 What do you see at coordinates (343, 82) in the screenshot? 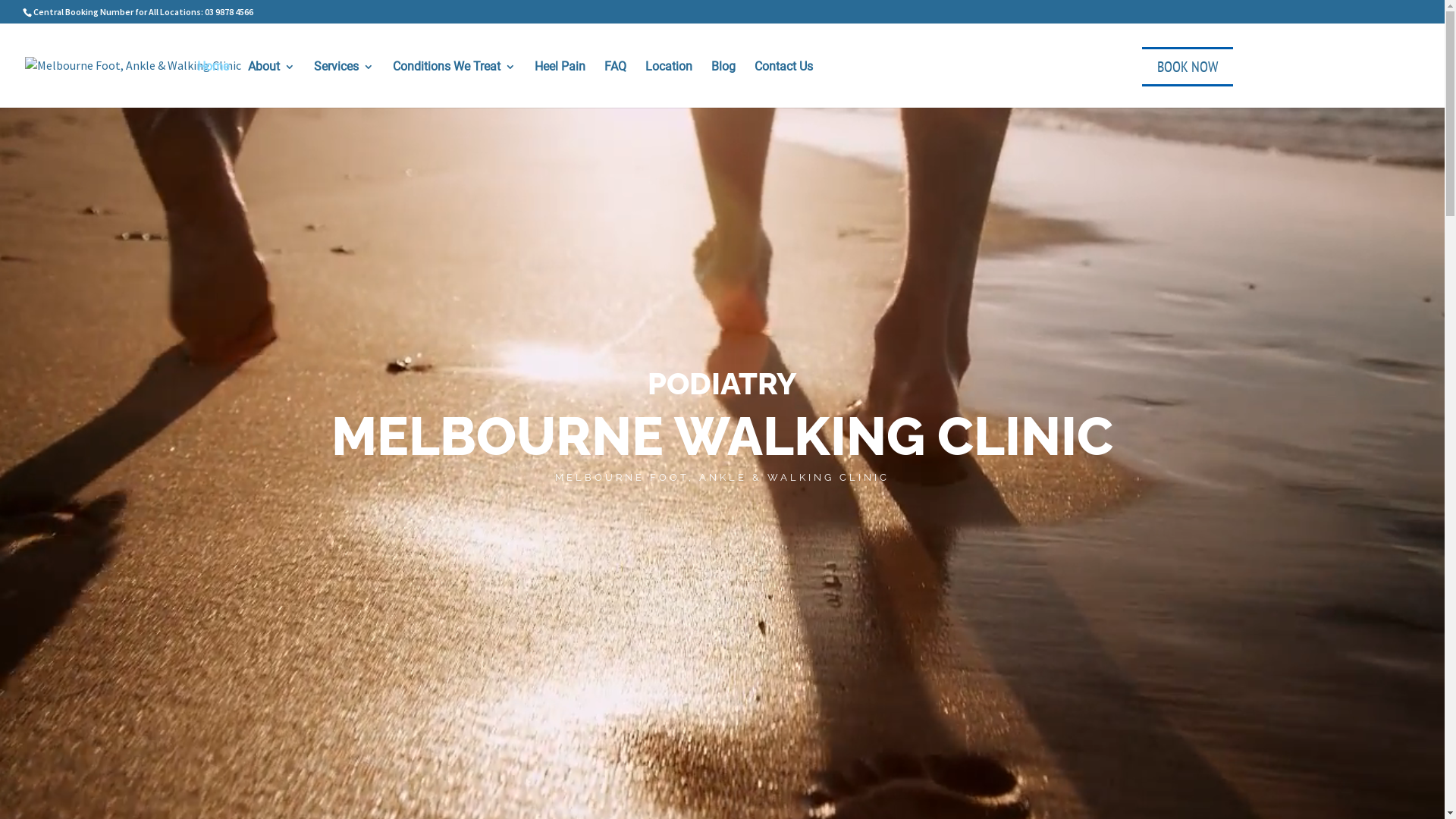
I see `'Services'` at bounding box center [343, 82].